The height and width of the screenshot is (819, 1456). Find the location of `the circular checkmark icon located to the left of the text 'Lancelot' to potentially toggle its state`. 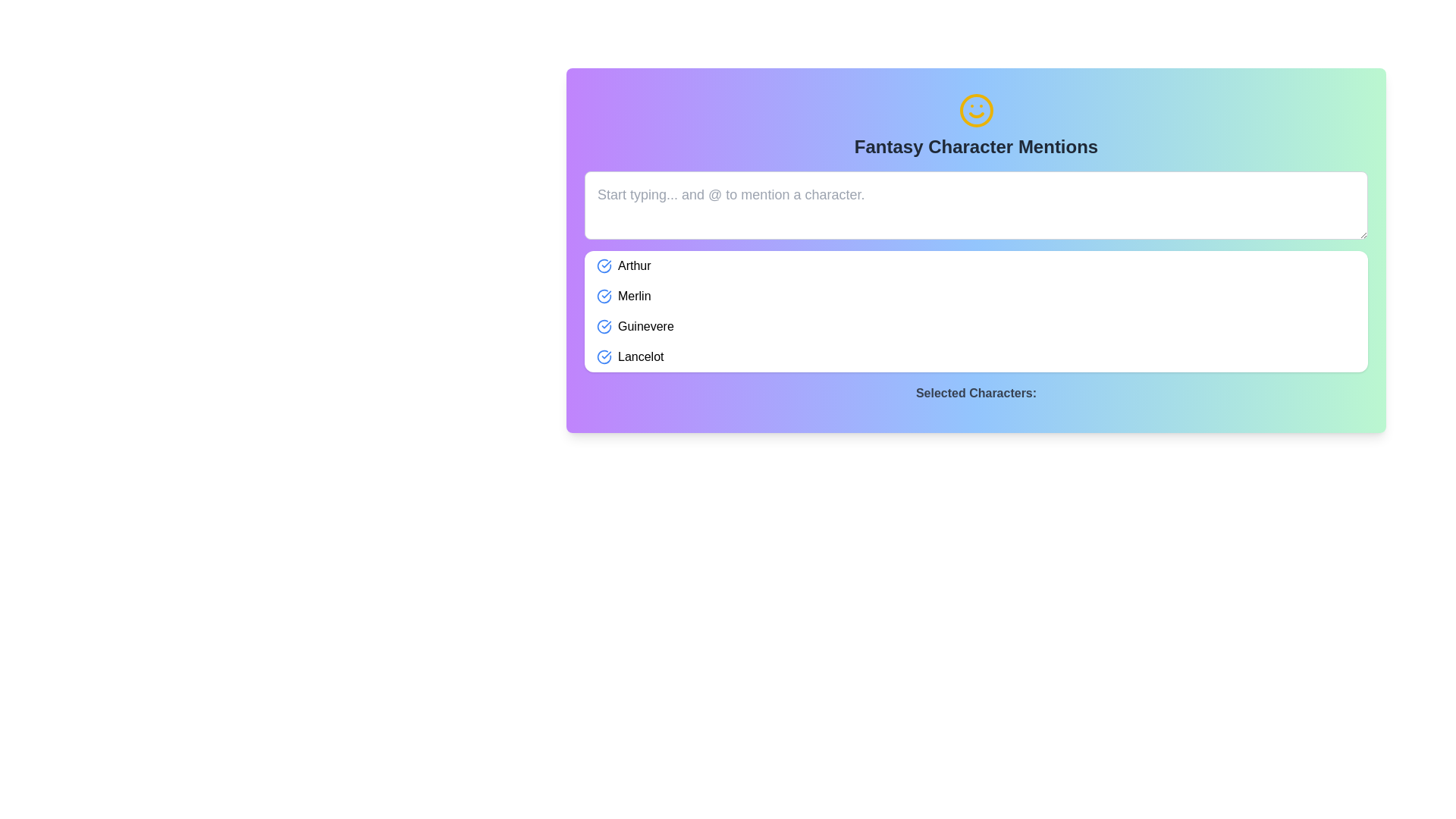

the circular checkmark icon located to the left of the text 'Lancelot' to potentially toggle its state is located at coordinates (603, 356).